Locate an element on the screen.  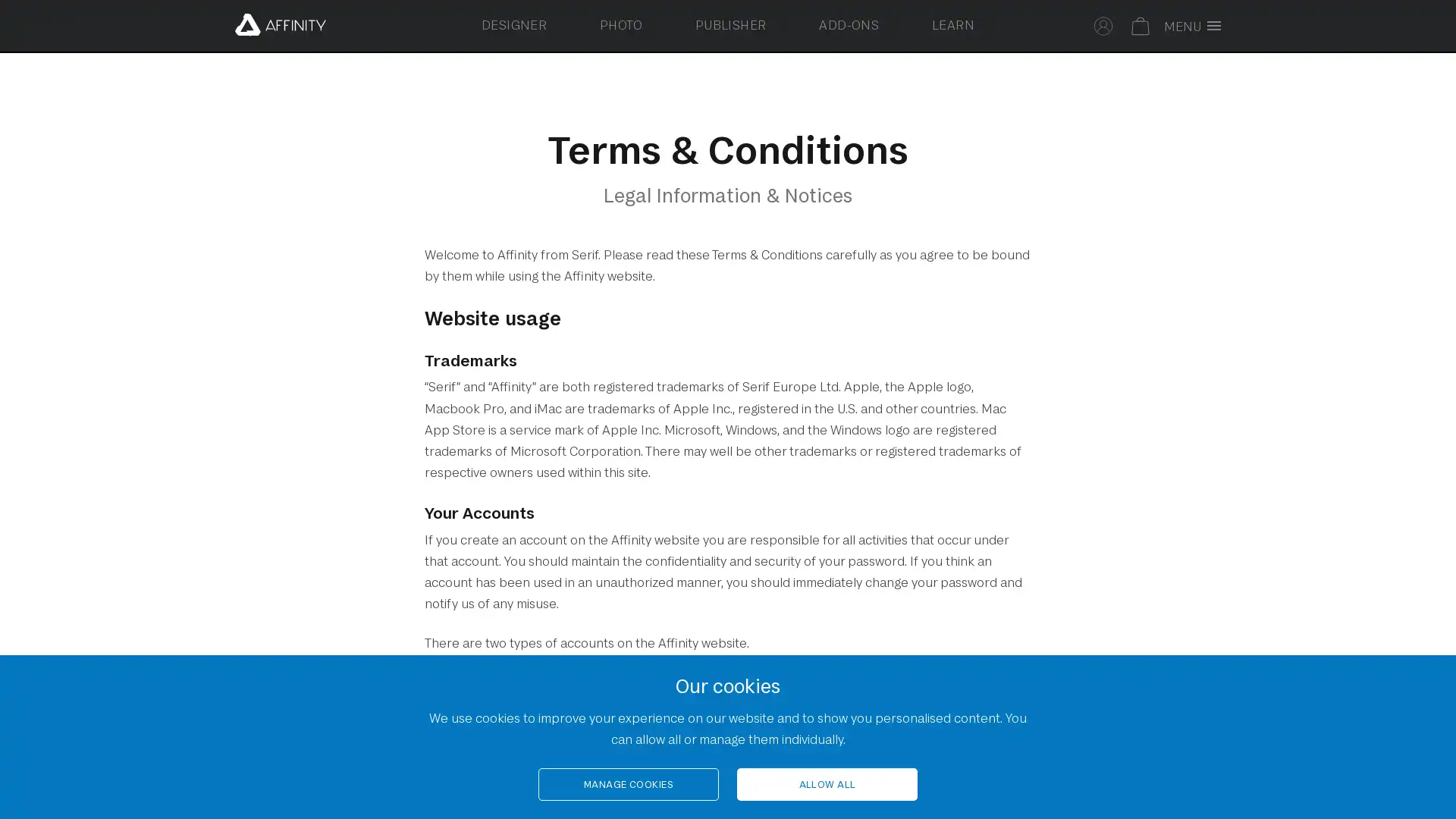
Select to sign in to your Affinity account is located at coordinates (1103, 24).